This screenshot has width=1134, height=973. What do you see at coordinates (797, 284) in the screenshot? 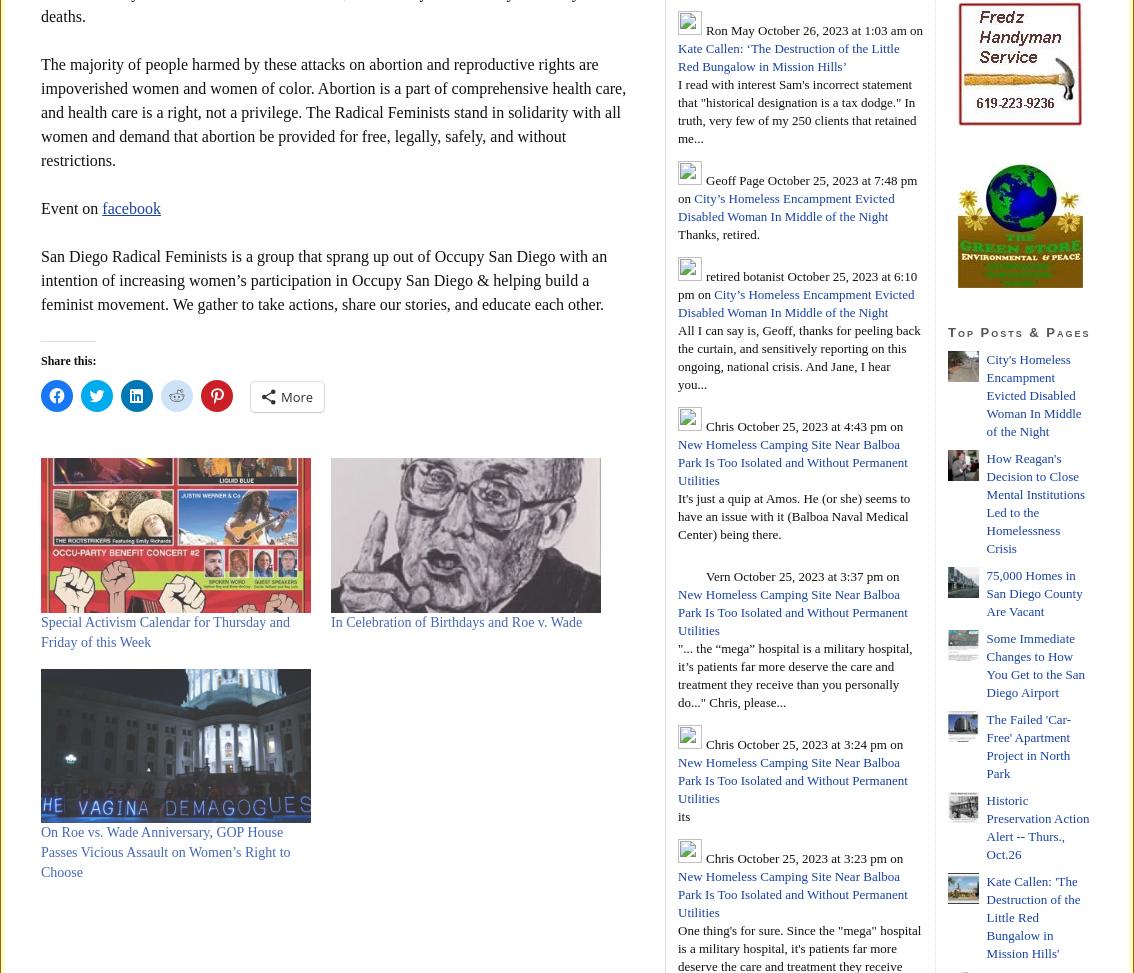
I see `'October 25, 2023 at 6:10 pm'` at bounding box center [797, 284].